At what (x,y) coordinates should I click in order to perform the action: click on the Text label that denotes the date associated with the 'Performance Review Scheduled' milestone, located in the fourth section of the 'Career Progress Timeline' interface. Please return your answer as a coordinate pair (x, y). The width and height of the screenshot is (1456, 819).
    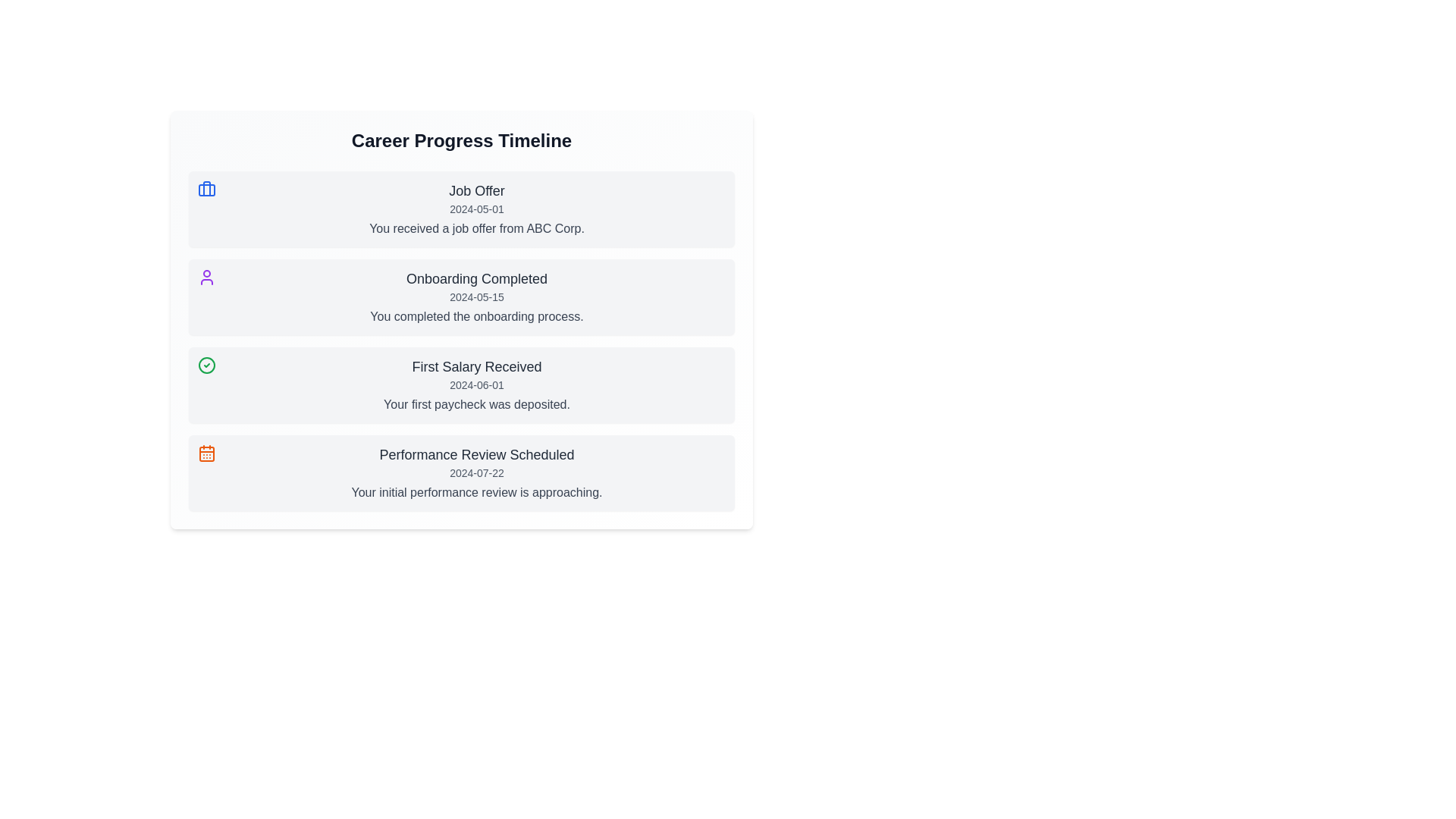
    Looking at the image, I should click on (475, 472).